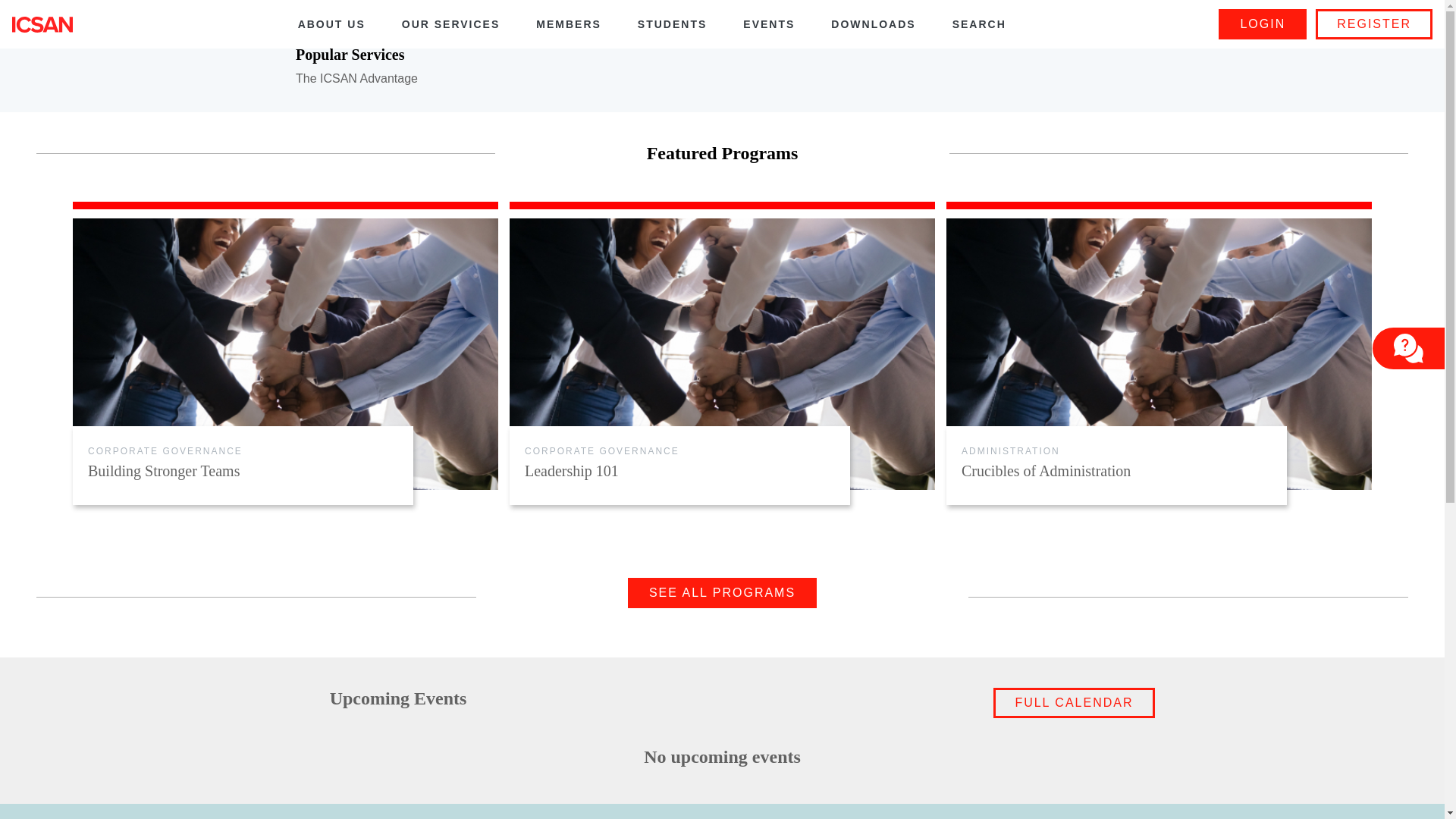  What do you see at coordinates (567, 24) in the screenshot?
I see `'MEMBERS'` at bounding box center [567, 24].